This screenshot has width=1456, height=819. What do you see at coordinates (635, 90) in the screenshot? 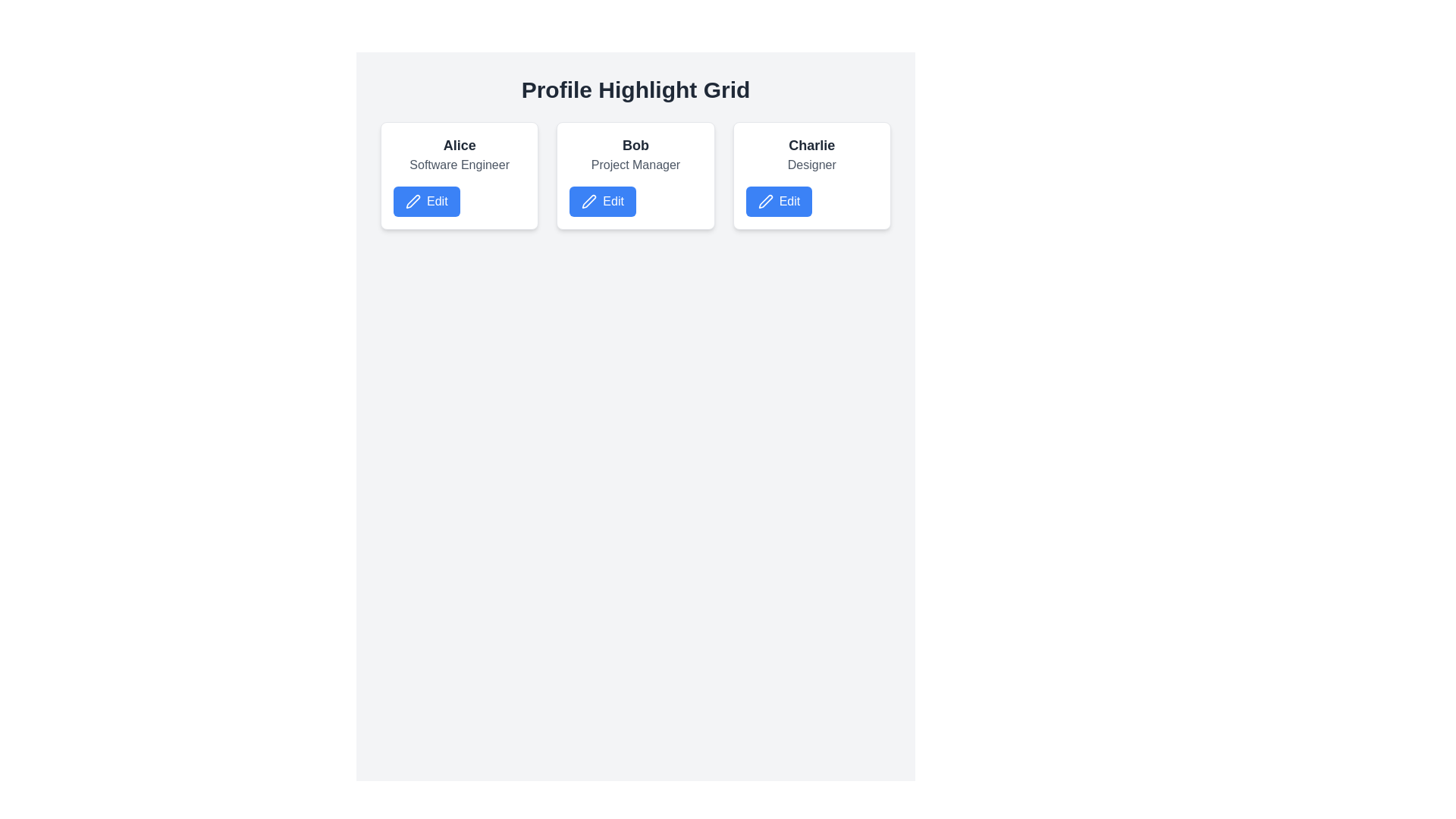
I see `the Text Header which identifies the content related to a profile highlight grid, located at the top section of the layout` at bounding box center [635, 90].